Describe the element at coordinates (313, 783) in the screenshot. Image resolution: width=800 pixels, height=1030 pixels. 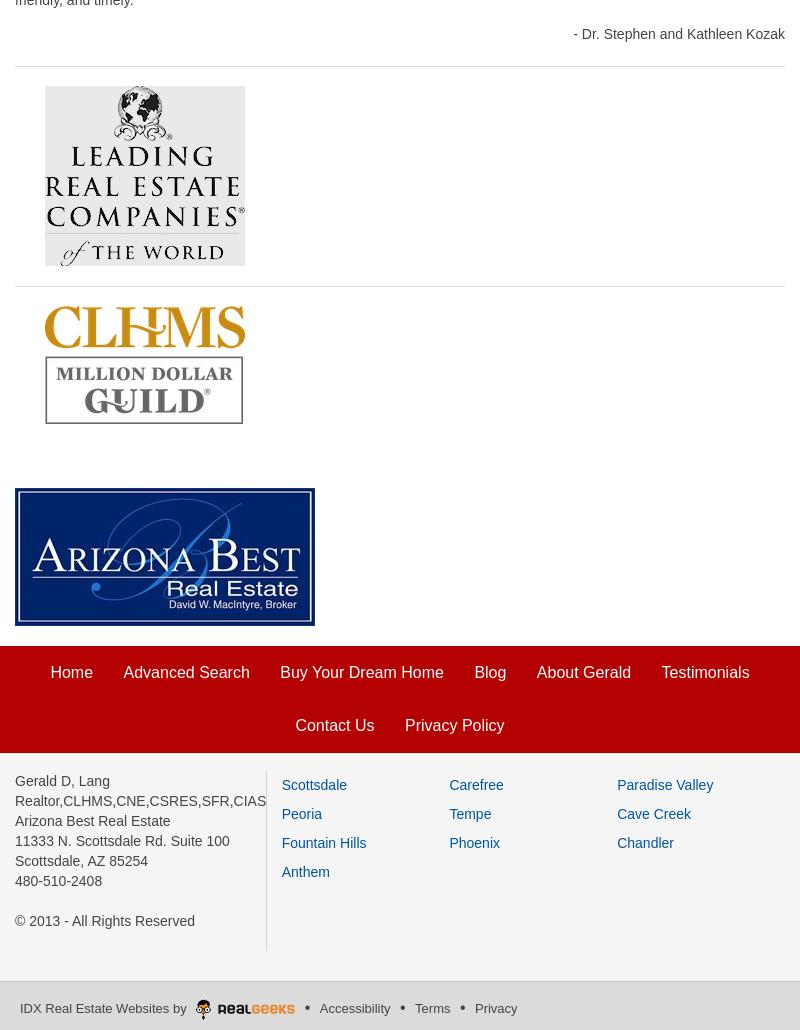
I see `'Scottsdale'` at that location.